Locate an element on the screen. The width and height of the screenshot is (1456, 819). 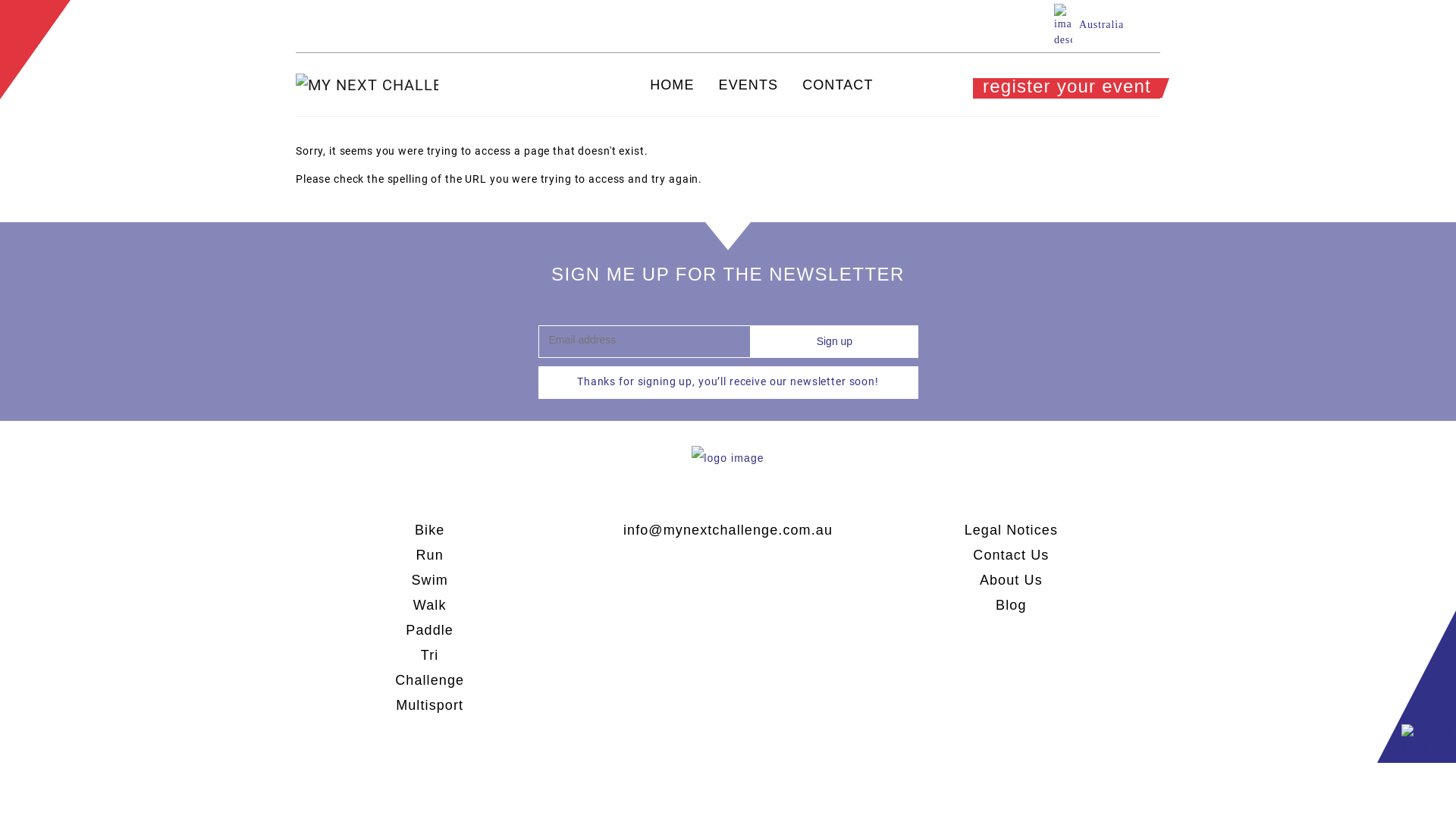
'Multisport' is located at coordinates (396, 704).